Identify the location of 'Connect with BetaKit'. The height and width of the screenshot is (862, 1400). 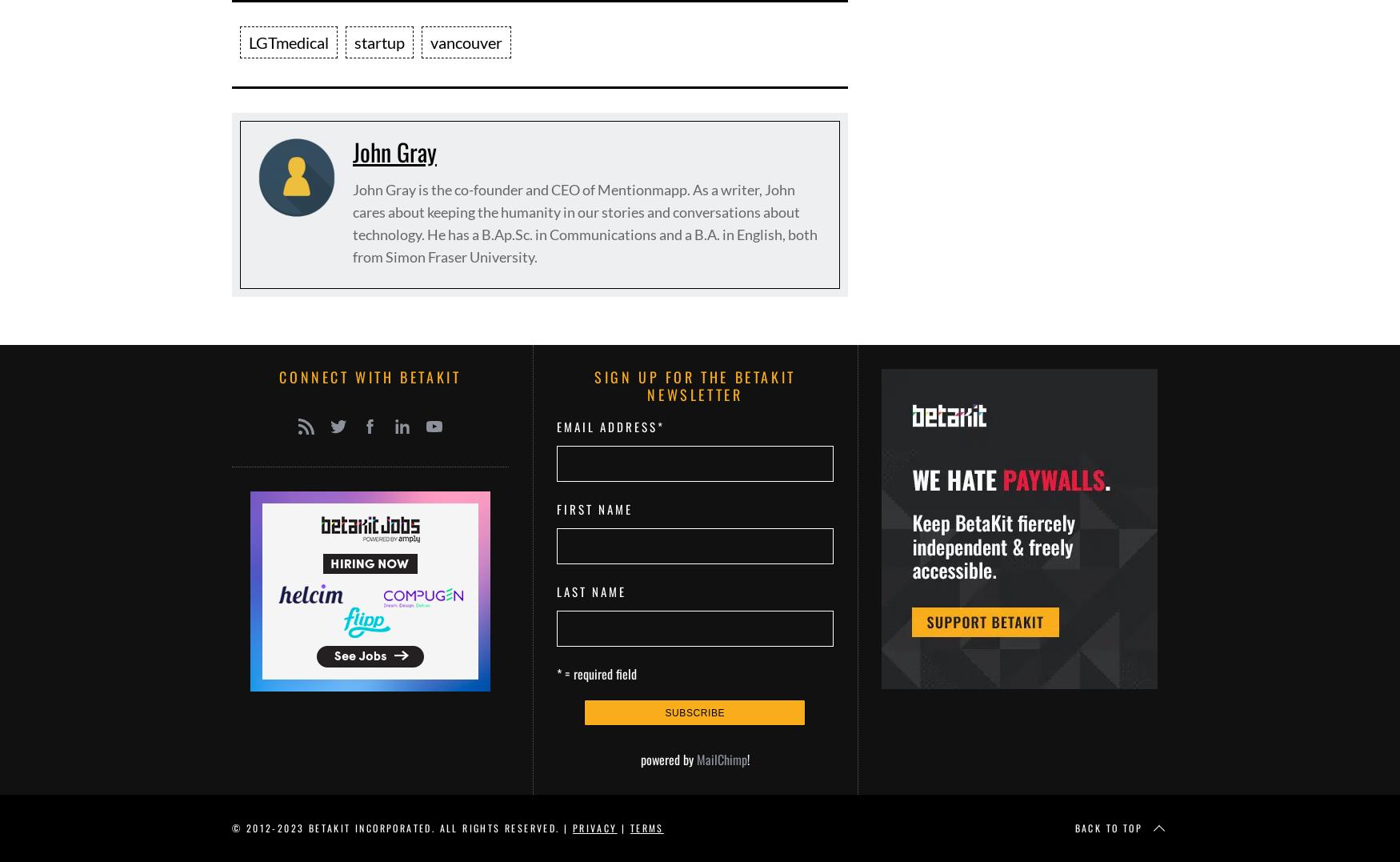
(370, 376).